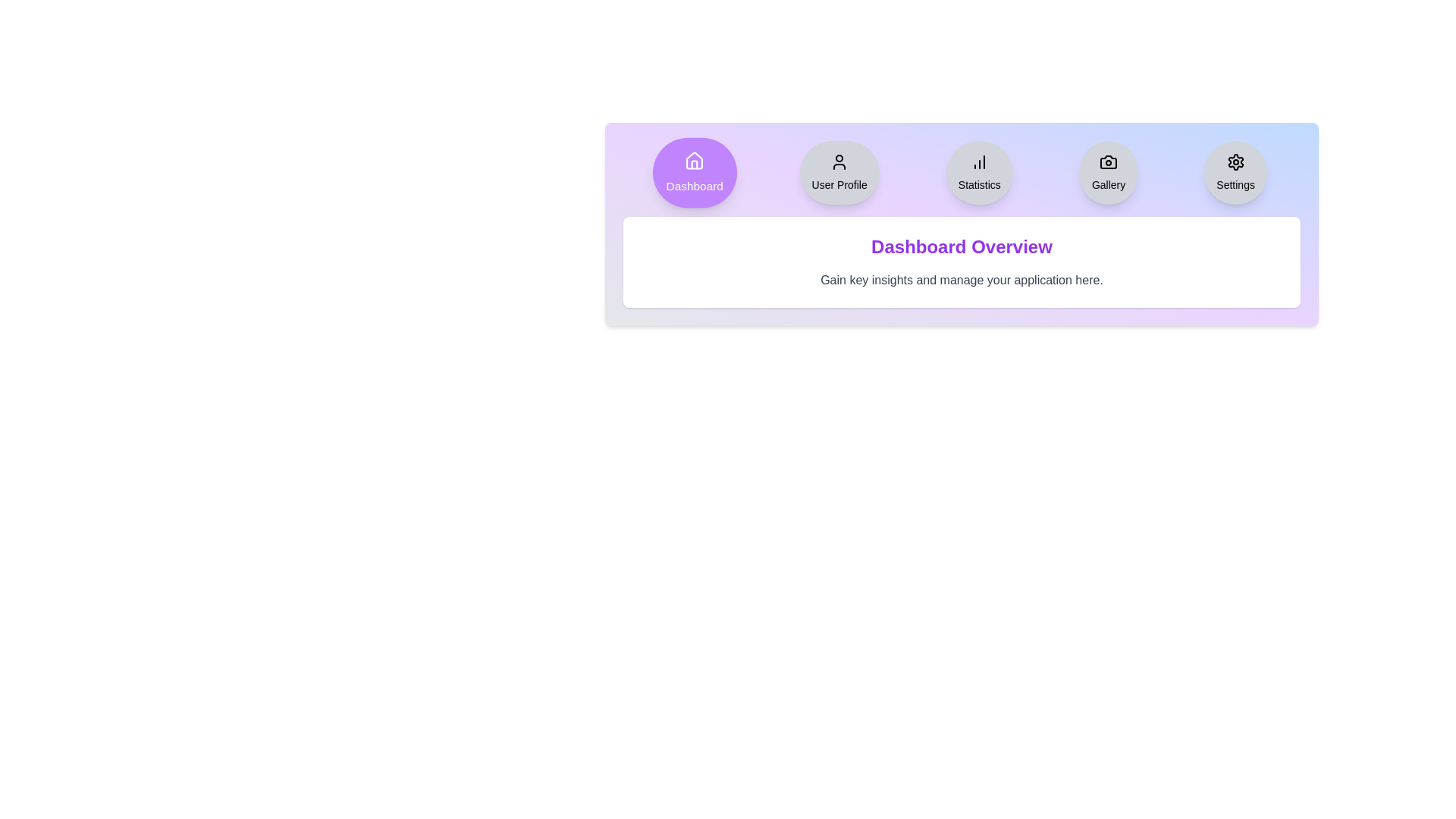  Describe the element at coordinates (1109, 162) in the screenshot. I see `the camera icon, which is a stylized icon with a rectangular body and a protruding lens, located within the 'Gallery' button in the top navigation bar` at that location.